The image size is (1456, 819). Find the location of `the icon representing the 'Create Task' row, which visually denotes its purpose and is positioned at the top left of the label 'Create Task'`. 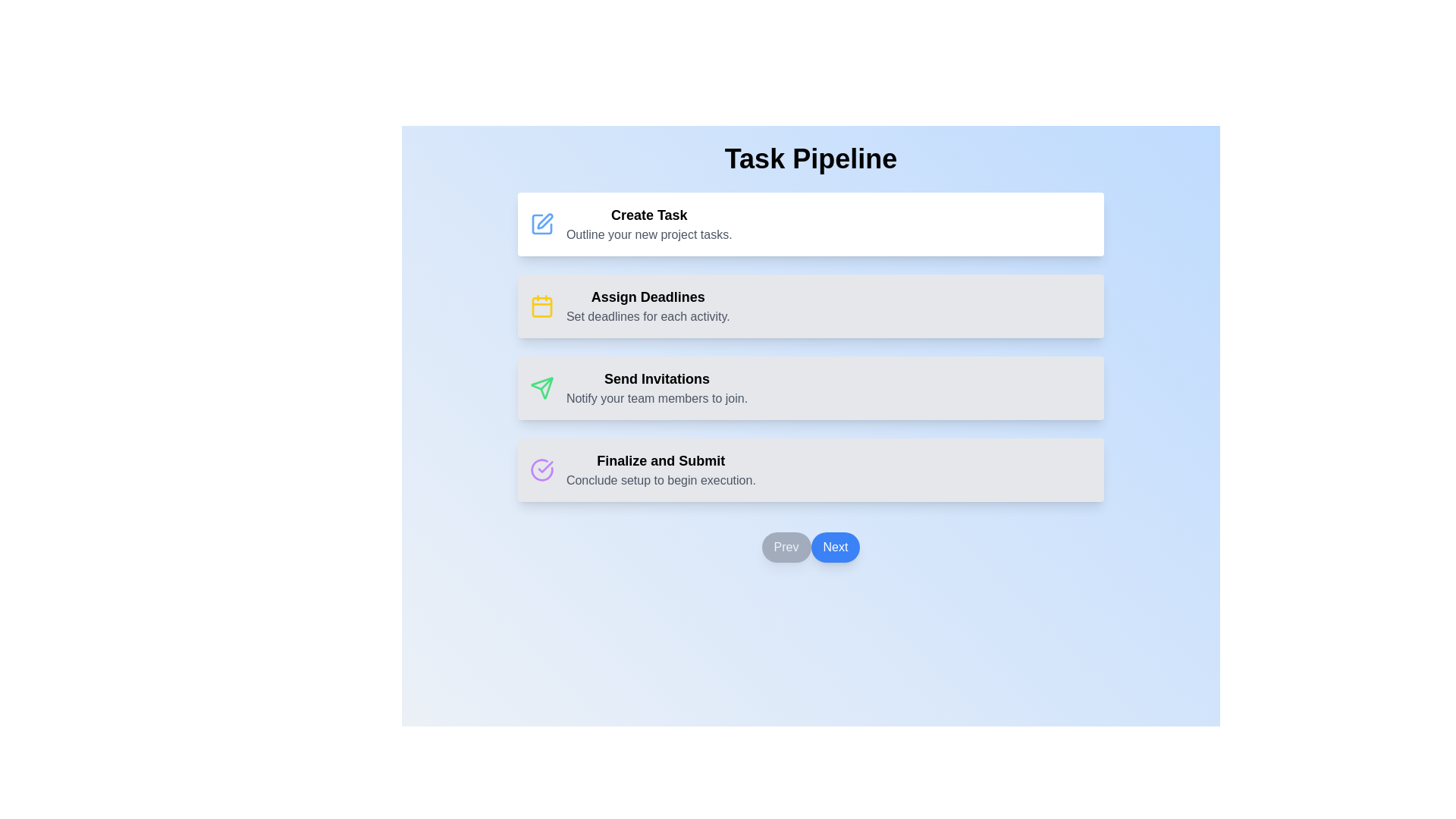

the icon representing the 'Create Task' row, which visually denotes its purpose and is positioned at the top left of the label 'Create Task' is located at coordinates (541, 224).